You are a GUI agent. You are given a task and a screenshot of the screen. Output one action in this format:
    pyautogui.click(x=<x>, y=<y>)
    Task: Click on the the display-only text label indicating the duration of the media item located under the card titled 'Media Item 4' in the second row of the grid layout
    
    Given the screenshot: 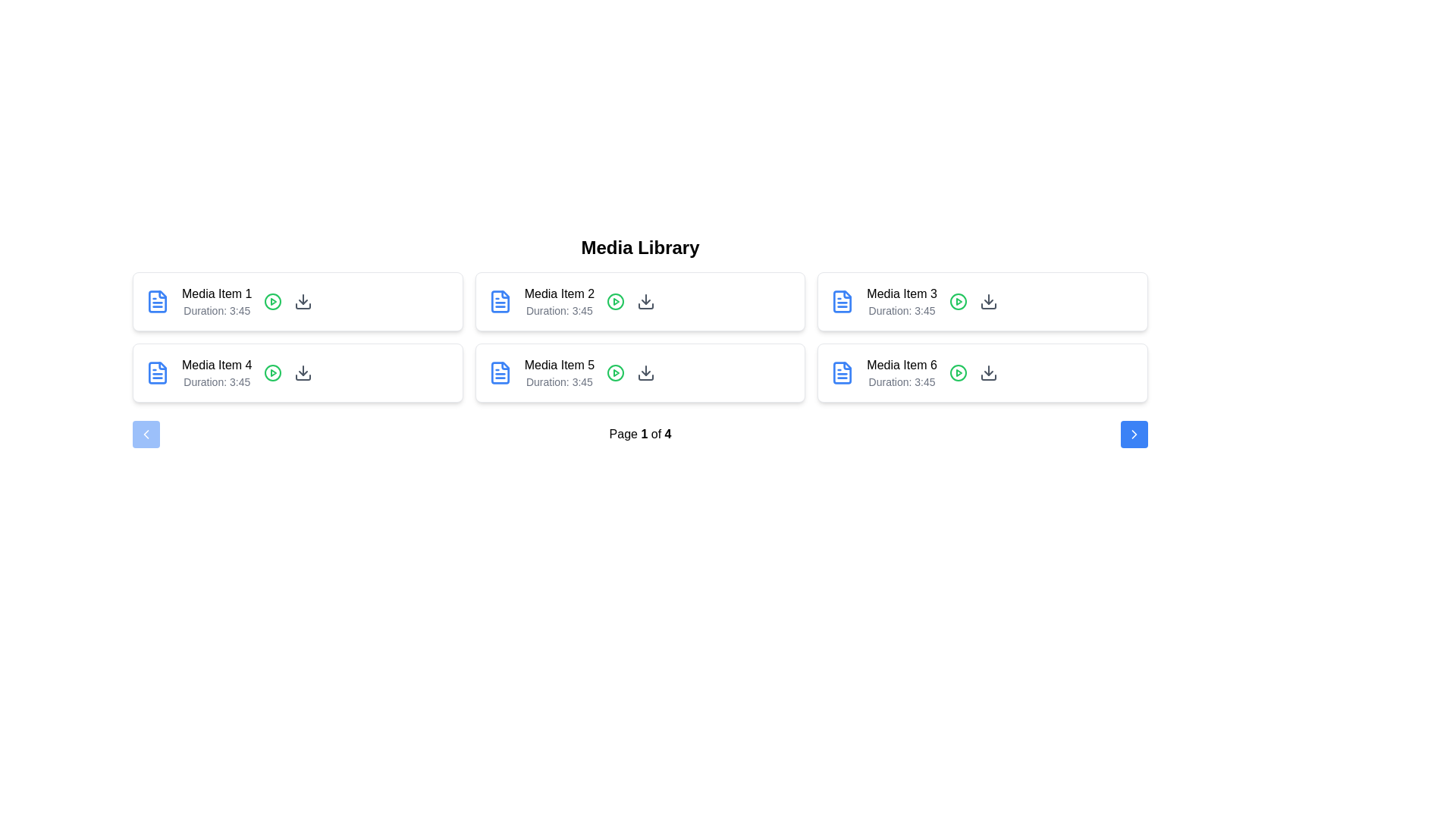 What is the action you would take?
    pyautogui.click(x=216, y=381)
    